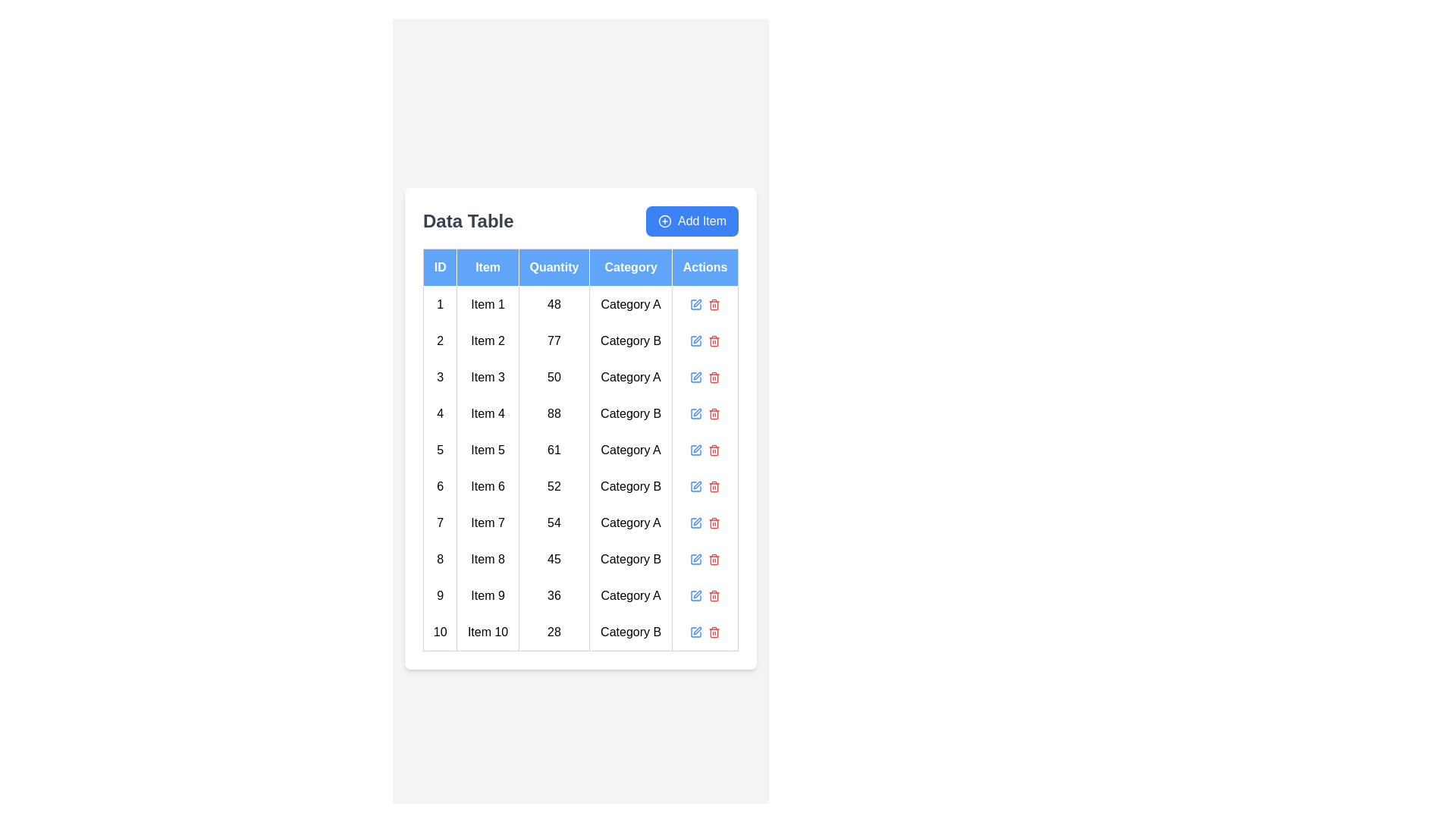 Image resolution: width=1456 pixels, height=819 pixels. What do you see at coordinates (631, 304) in the screenshot?
I see `the 'Category' Text Label in the first row of the data table, which displays the associated category for the data row` at bounding box center [631, 304].